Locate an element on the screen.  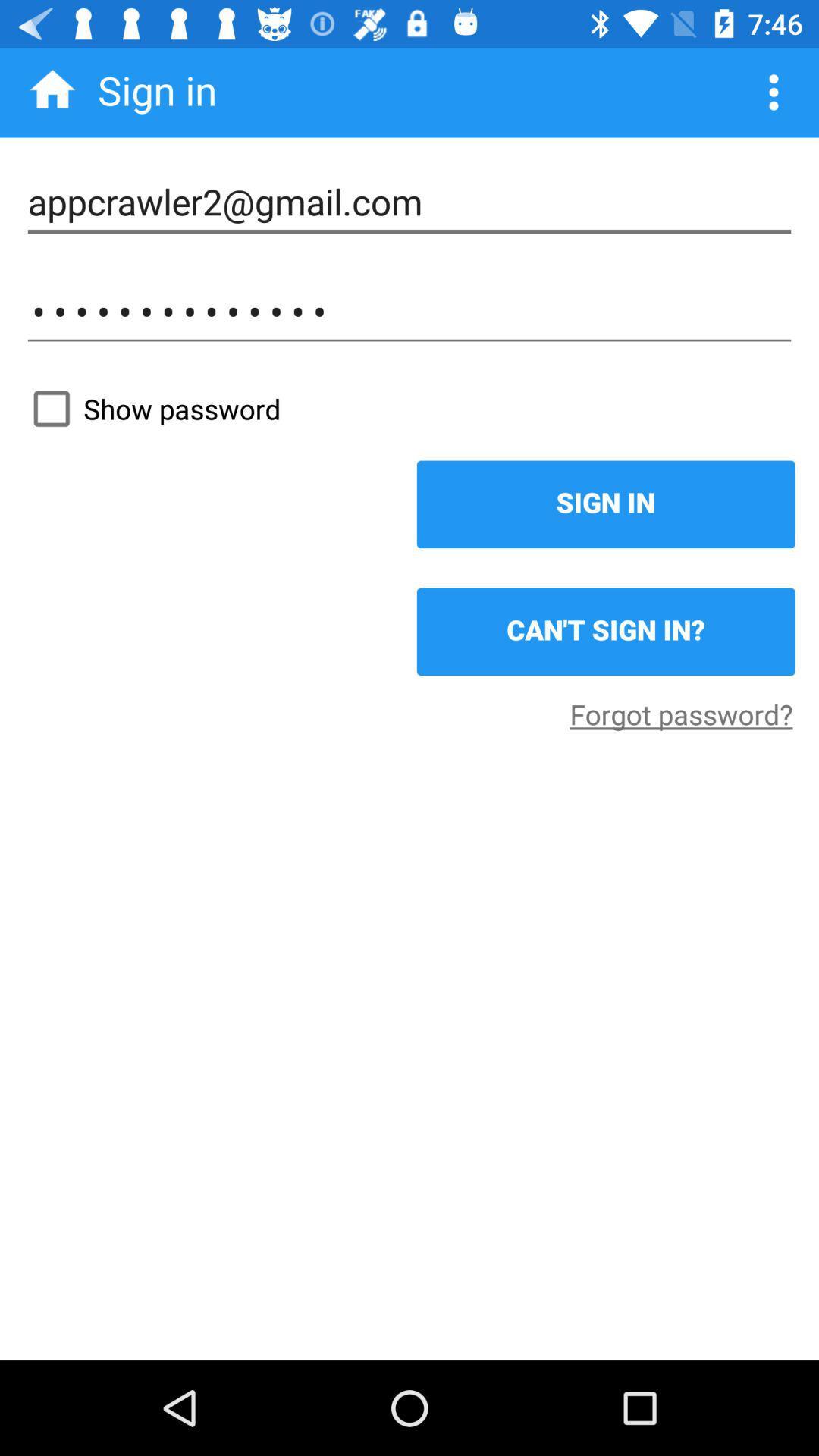
the item above sign in is located at coordinates (409, 409).